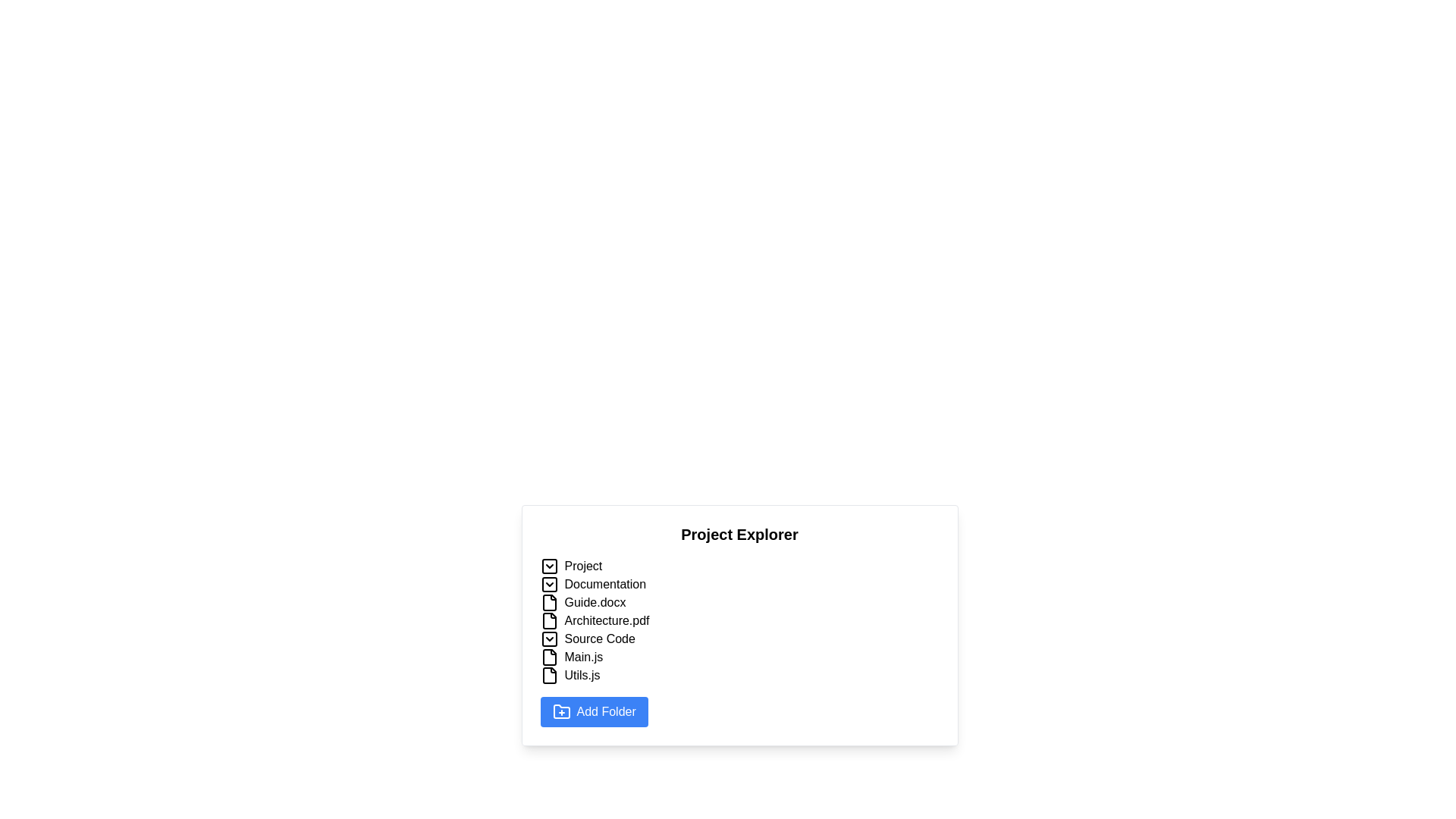 The image size is (1456, 819). I want to click on the chevron icon button on the left side of the 'Documentation' label, so click(548, 584).